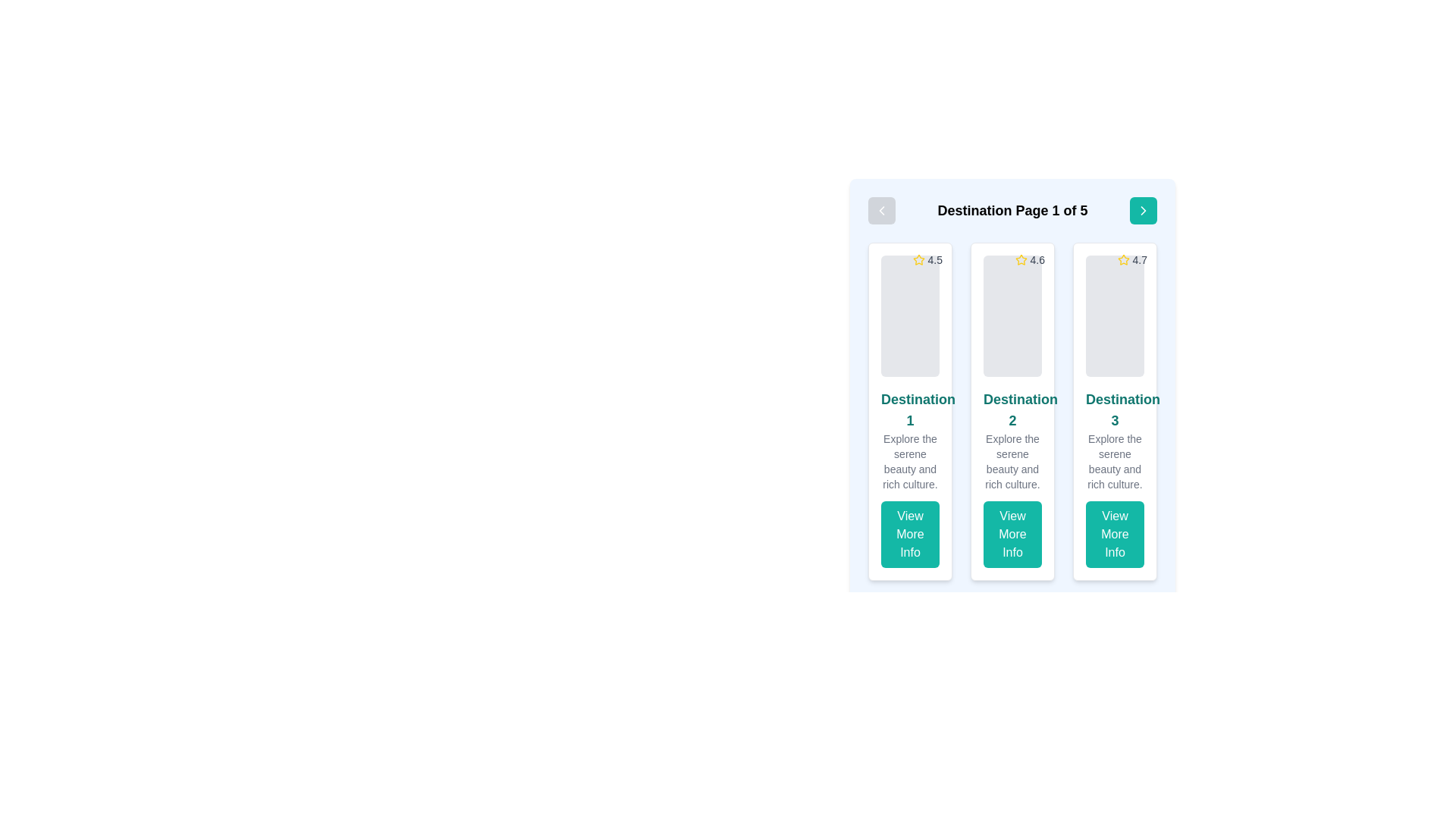 Image resolution: width=1456 pixels, height=819 pixels. I want to click on the yellow star icon with a hollow interior and bold outline, located above the numeric rating label '4.7' on the third card in a horizontal list, so click(1123, 259).